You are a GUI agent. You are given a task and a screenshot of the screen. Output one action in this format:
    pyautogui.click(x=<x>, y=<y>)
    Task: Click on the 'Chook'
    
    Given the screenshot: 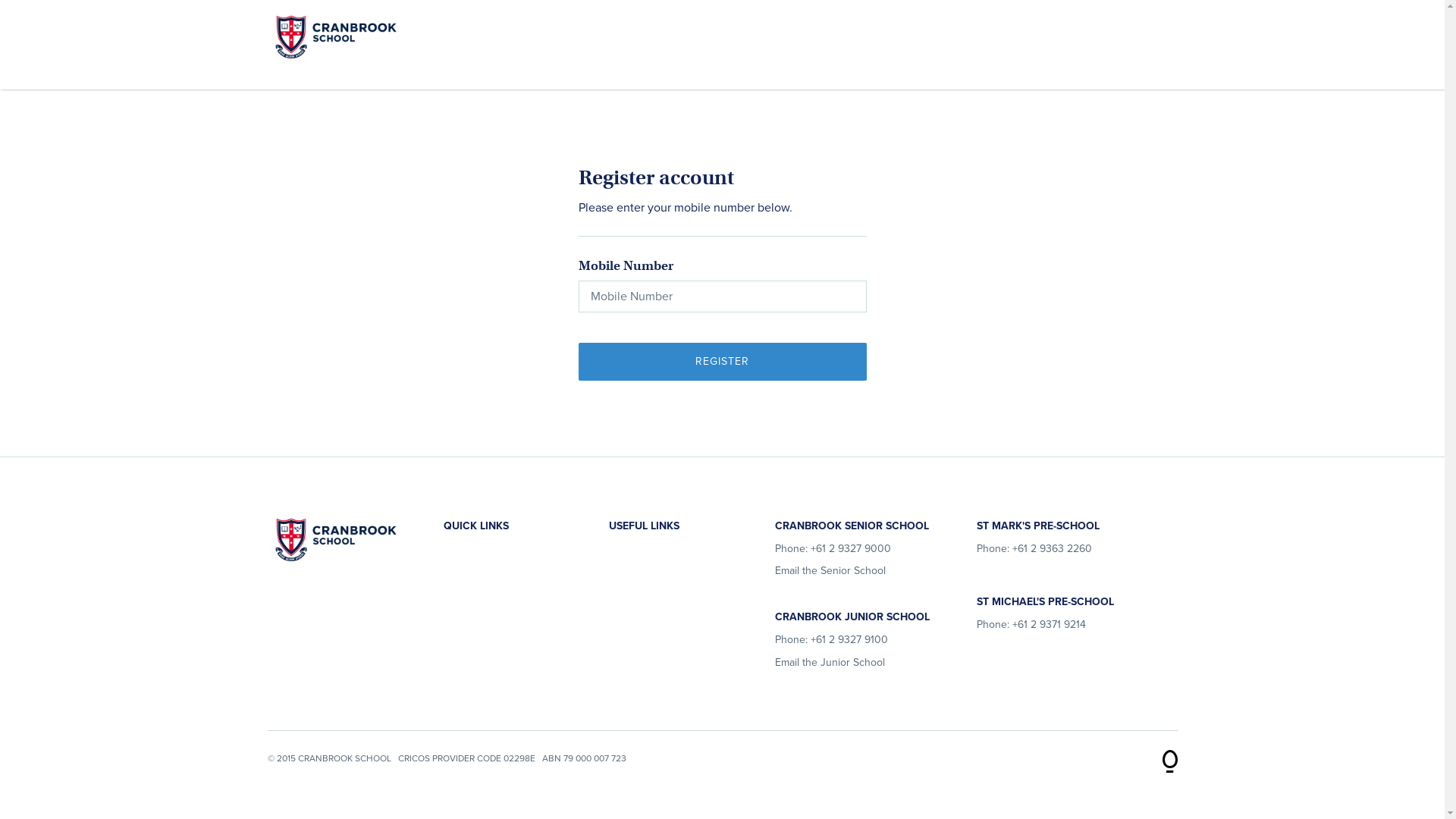 What is the action you would take?
    pyautogui.click(x=1168, y=755)
    